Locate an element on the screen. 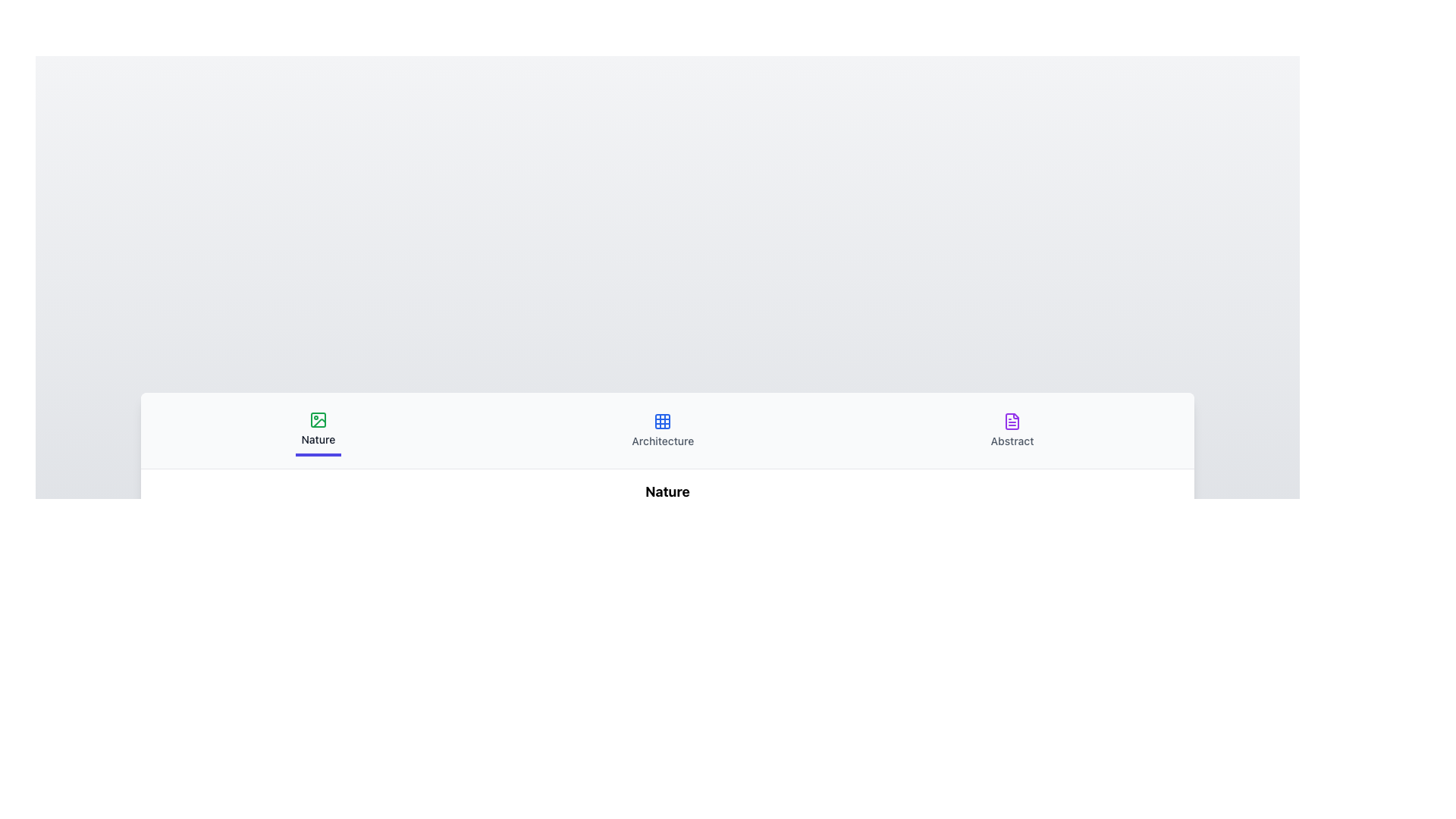  the label element that describes the button or section associated with the 'Abstract' text and its accompanying icon, located in the bottom segment of the interface is located at coordinates (1012, 441).